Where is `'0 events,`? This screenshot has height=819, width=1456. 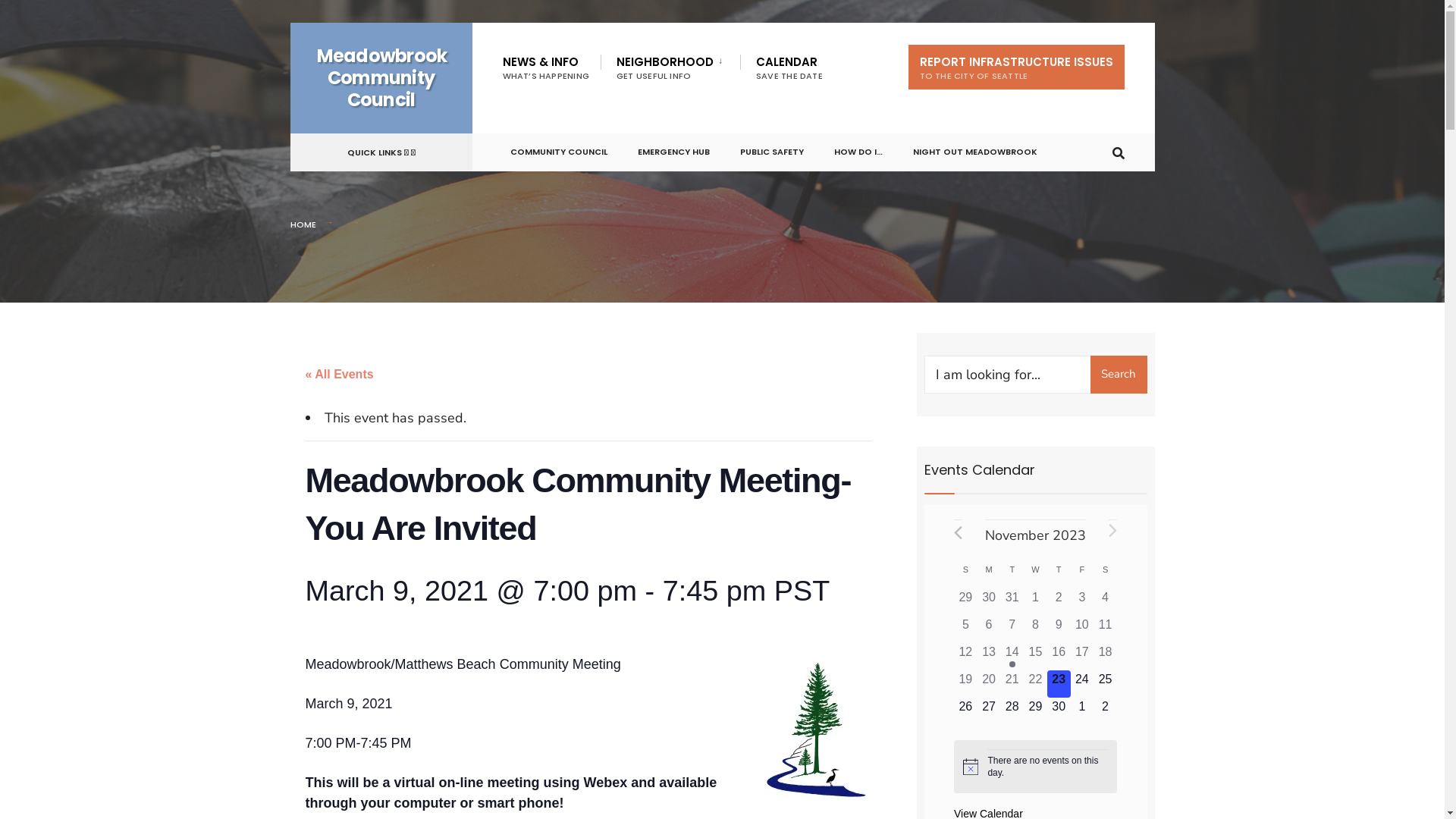 '0 events, is located at coordinates (1058, 629).